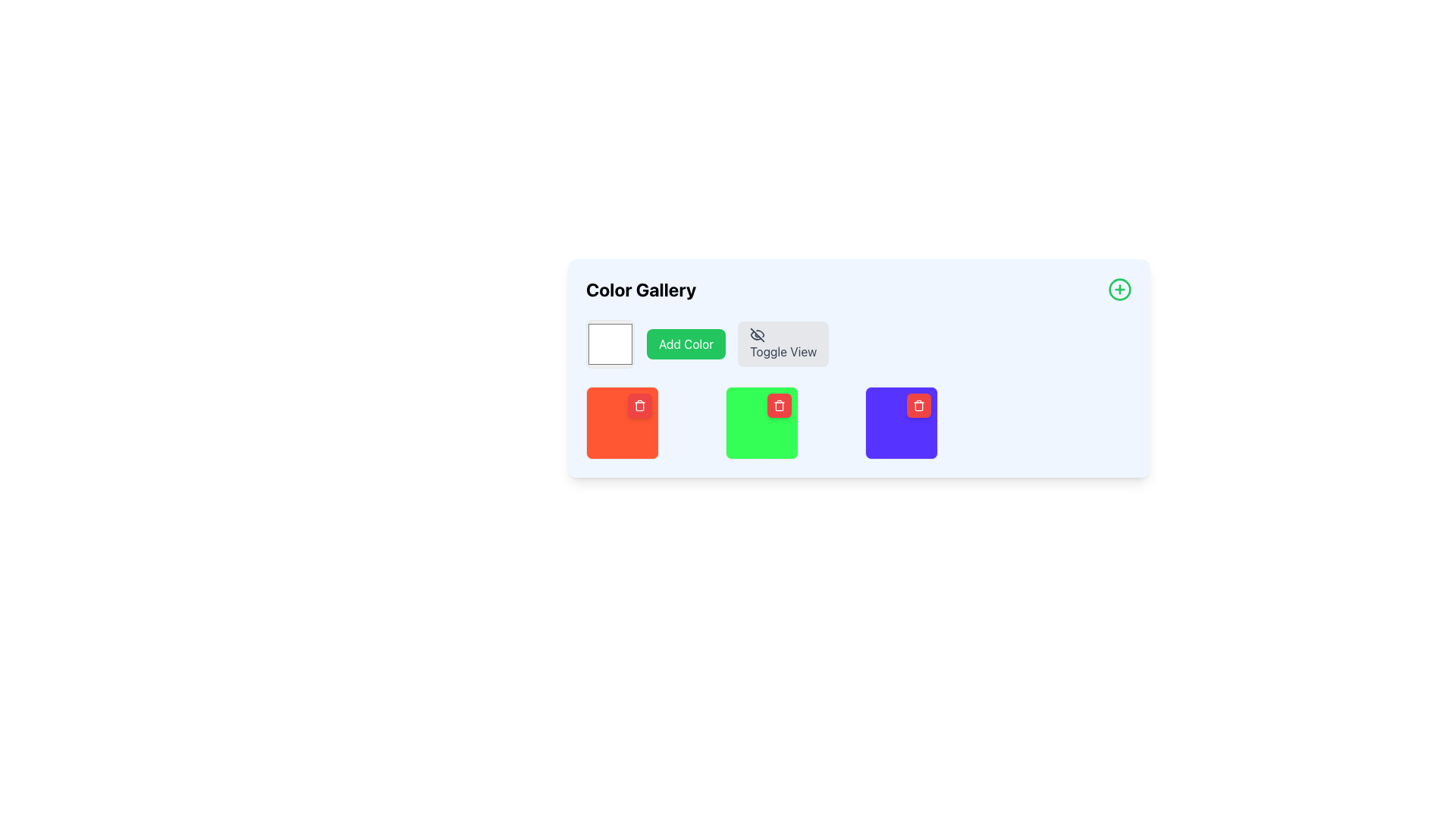  Describe the element at coordinates (640, 405) in the screenshot. I see `the delete button located at the top-right corner of the orange color square in the 'Color Gallery' section` at that location.